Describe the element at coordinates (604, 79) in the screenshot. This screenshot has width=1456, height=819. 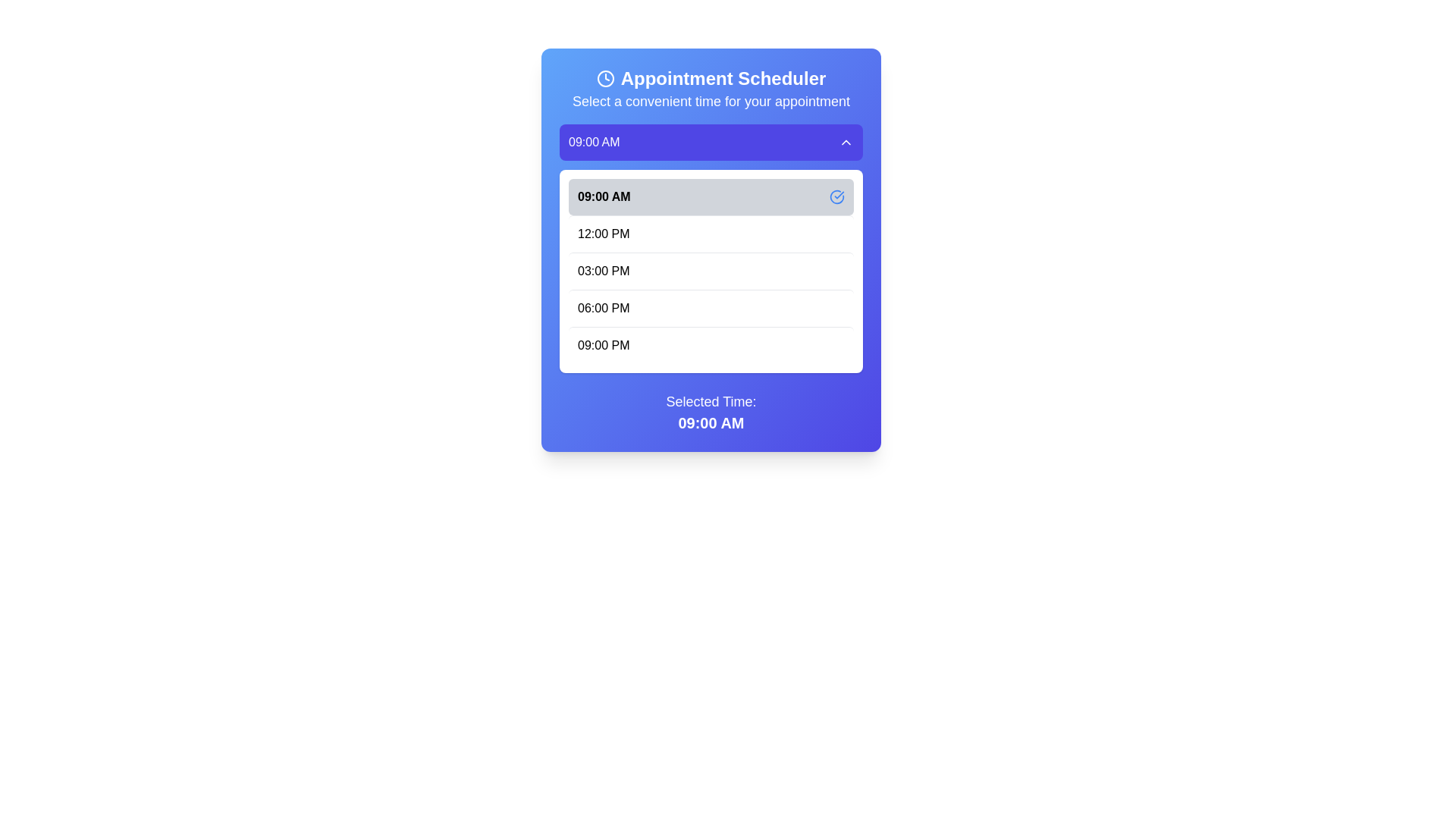
I see `the clock icon located to the left of the 'Appointment Scheduler' text header` at that location.